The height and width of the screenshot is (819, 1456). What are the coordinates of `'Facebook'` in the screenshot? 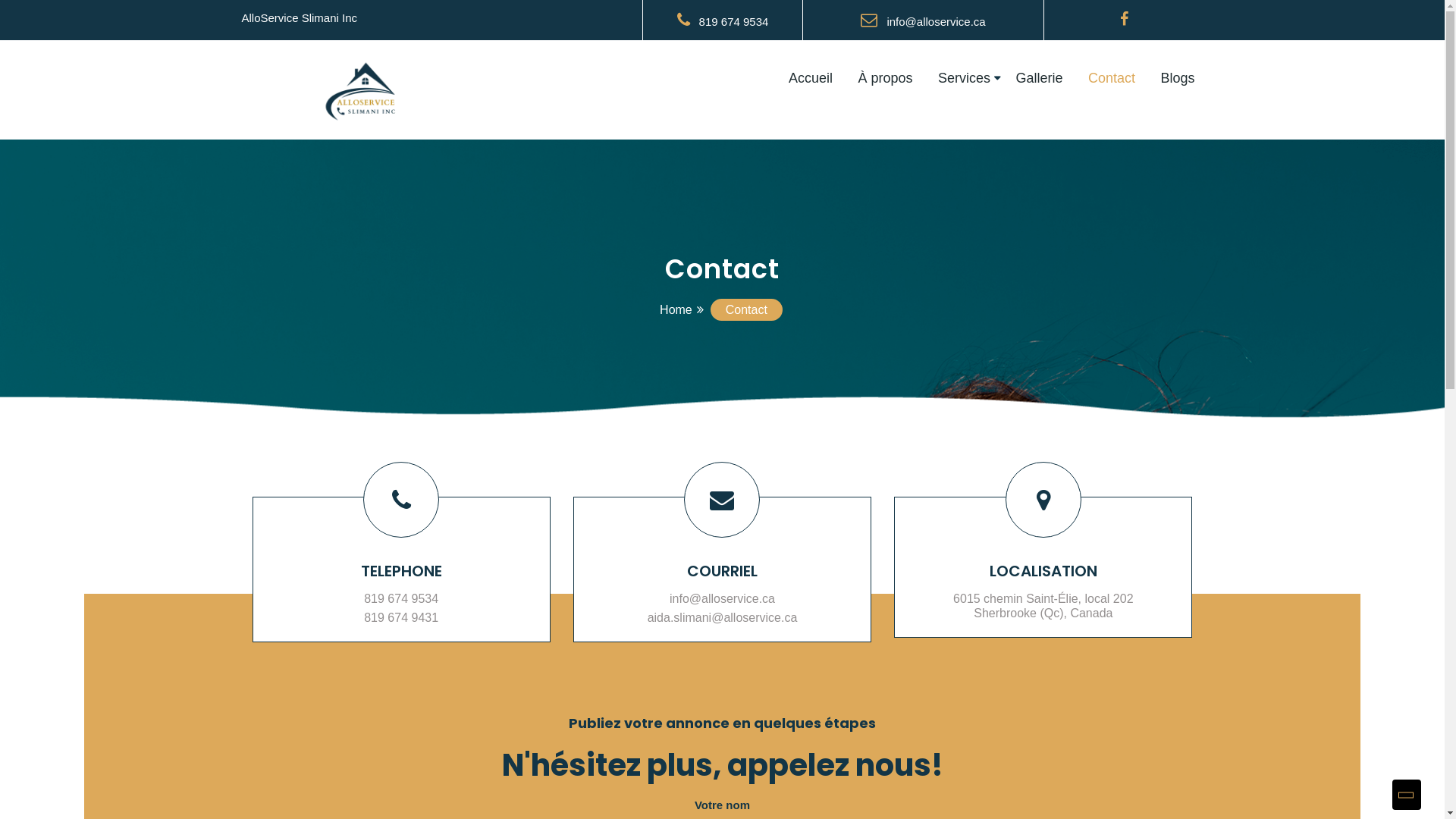 It's located at (1124, 20).